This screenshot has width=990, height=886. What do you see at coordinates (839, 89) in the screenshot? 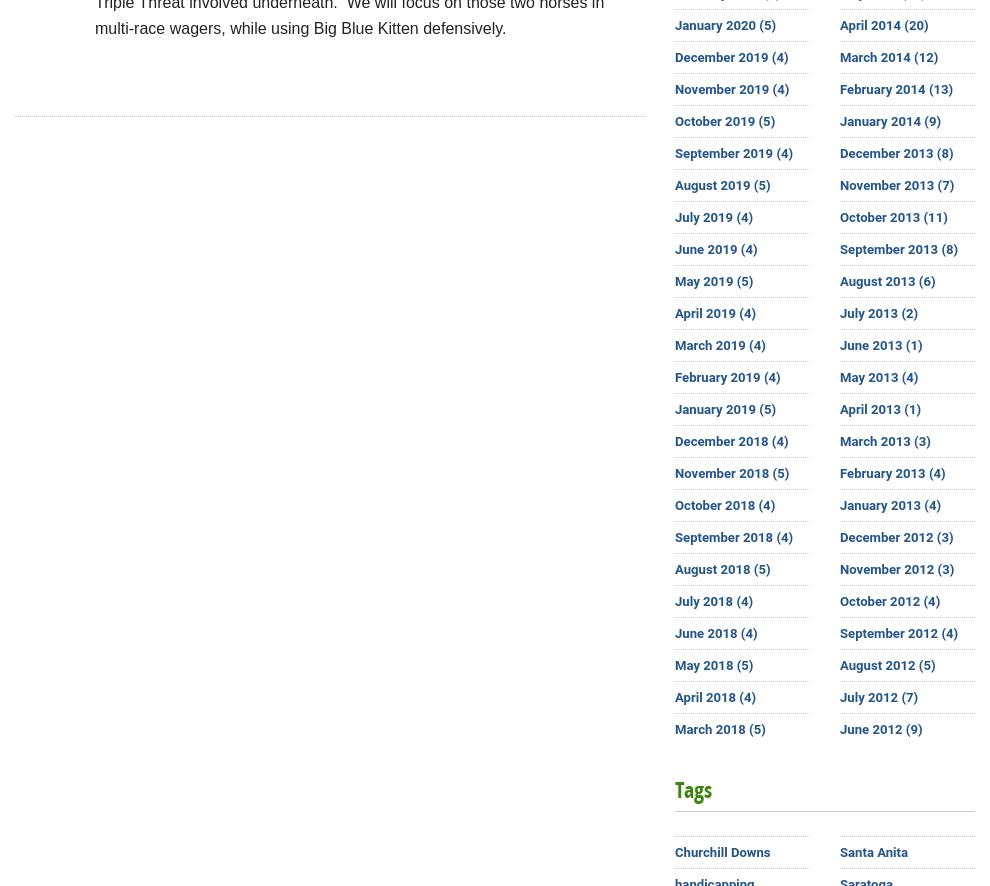
I see `'February 2014 (13)'` at bounding box center [839, 89].